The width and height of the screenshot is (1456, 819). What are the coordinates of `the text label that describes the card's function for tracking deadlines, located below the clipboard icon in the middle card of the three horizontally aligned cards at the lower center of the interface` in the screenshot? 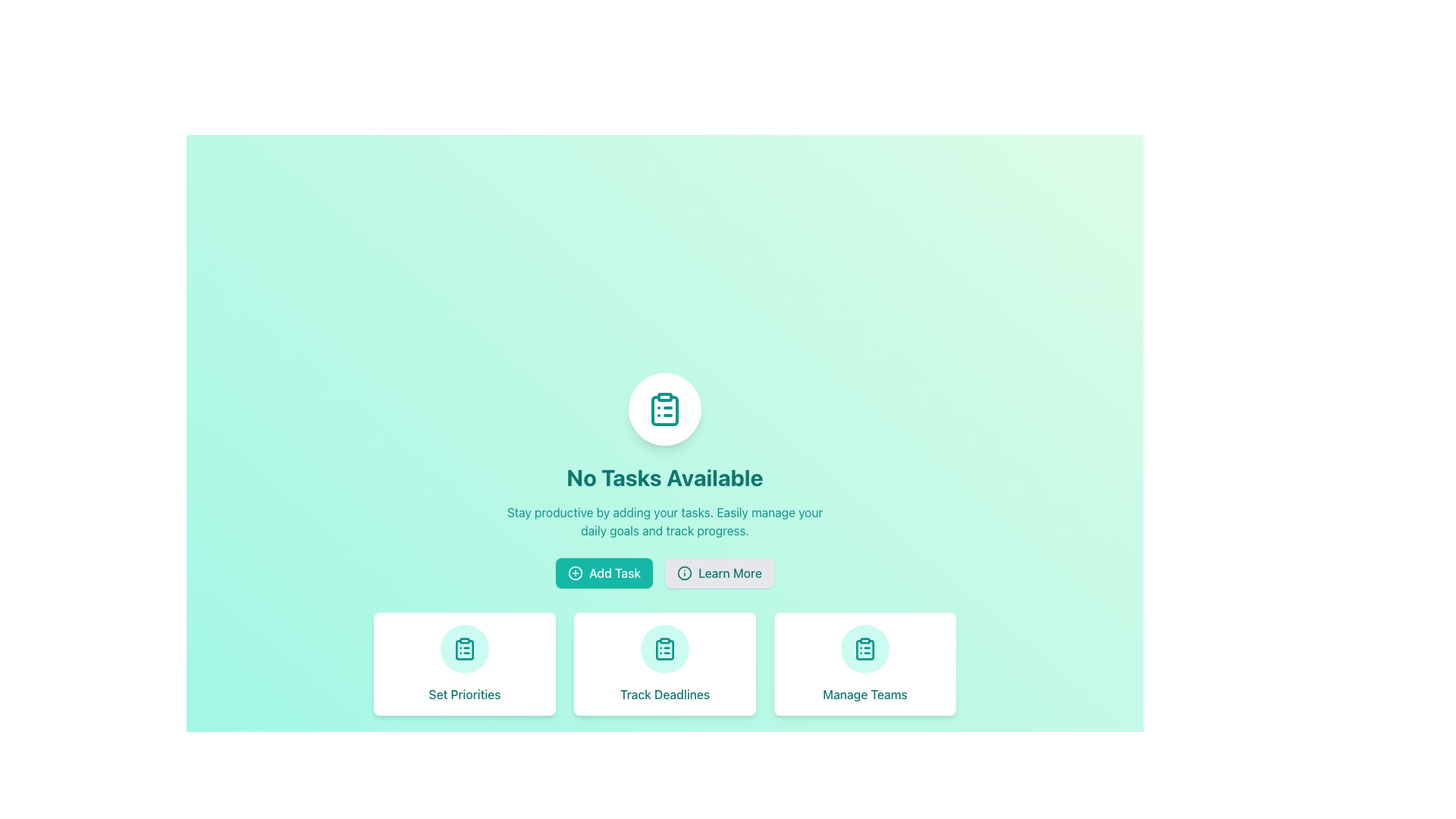 It's located at (665, 694).